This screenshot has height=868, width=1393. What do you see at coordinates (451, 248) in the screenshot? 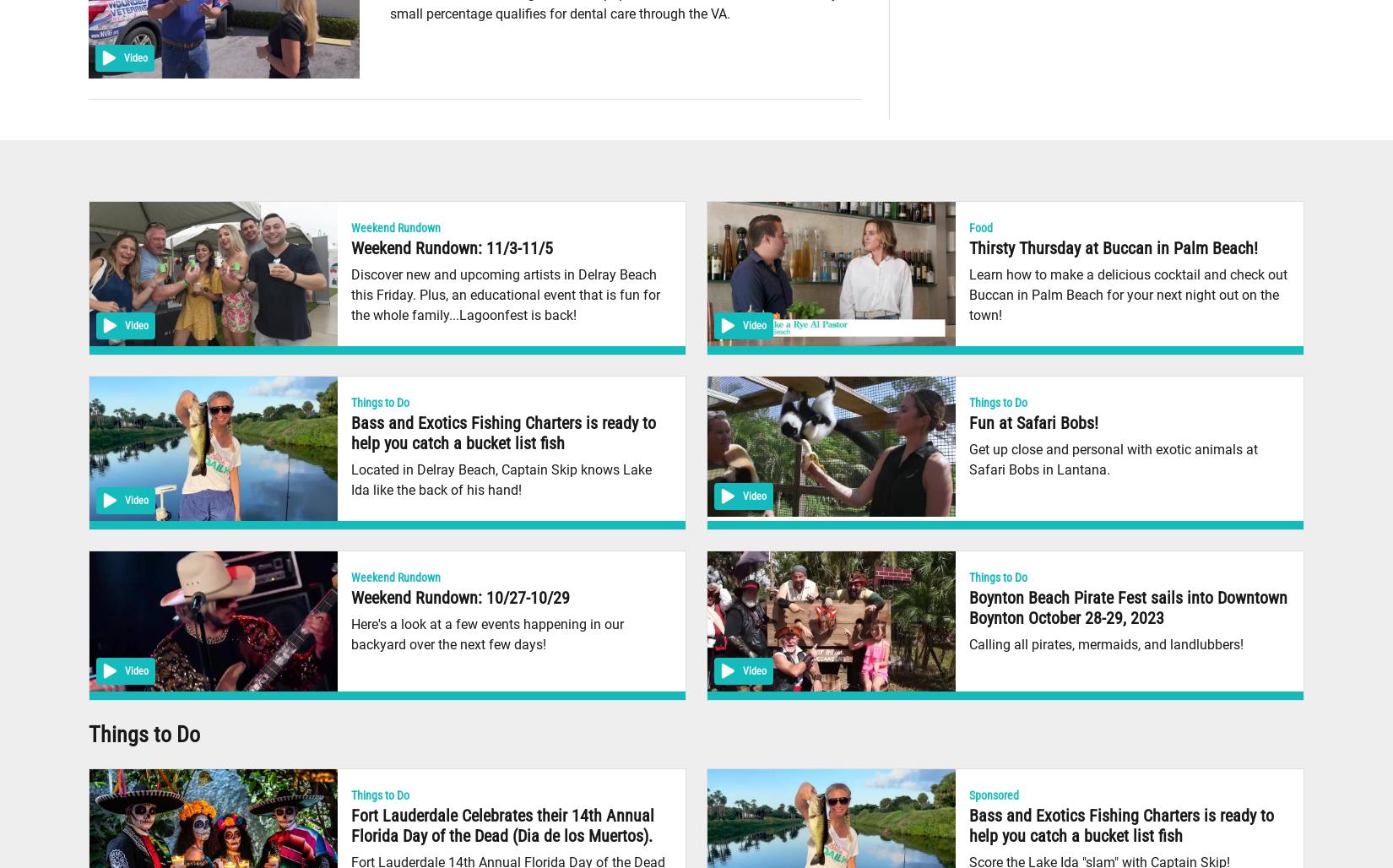
I see `'Weekend Rundown: 11/3-11/5'` at bounding box center [451, 248].